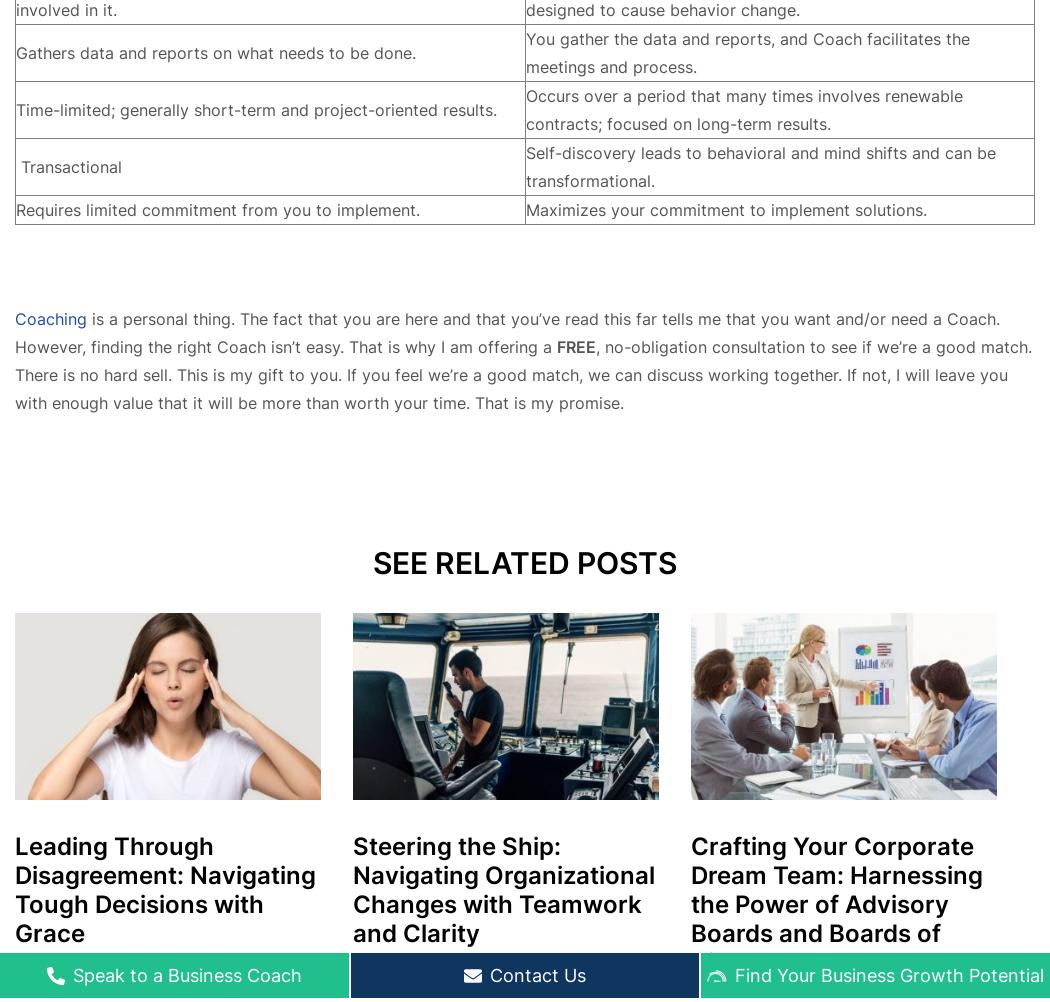 This screenshot has width=1050, height=1002. What do you see at coordinates (724, 209) in the screenshot?
I see `'Maximizes your commitment to implement solutions.'` at bounding box center [724, 209].